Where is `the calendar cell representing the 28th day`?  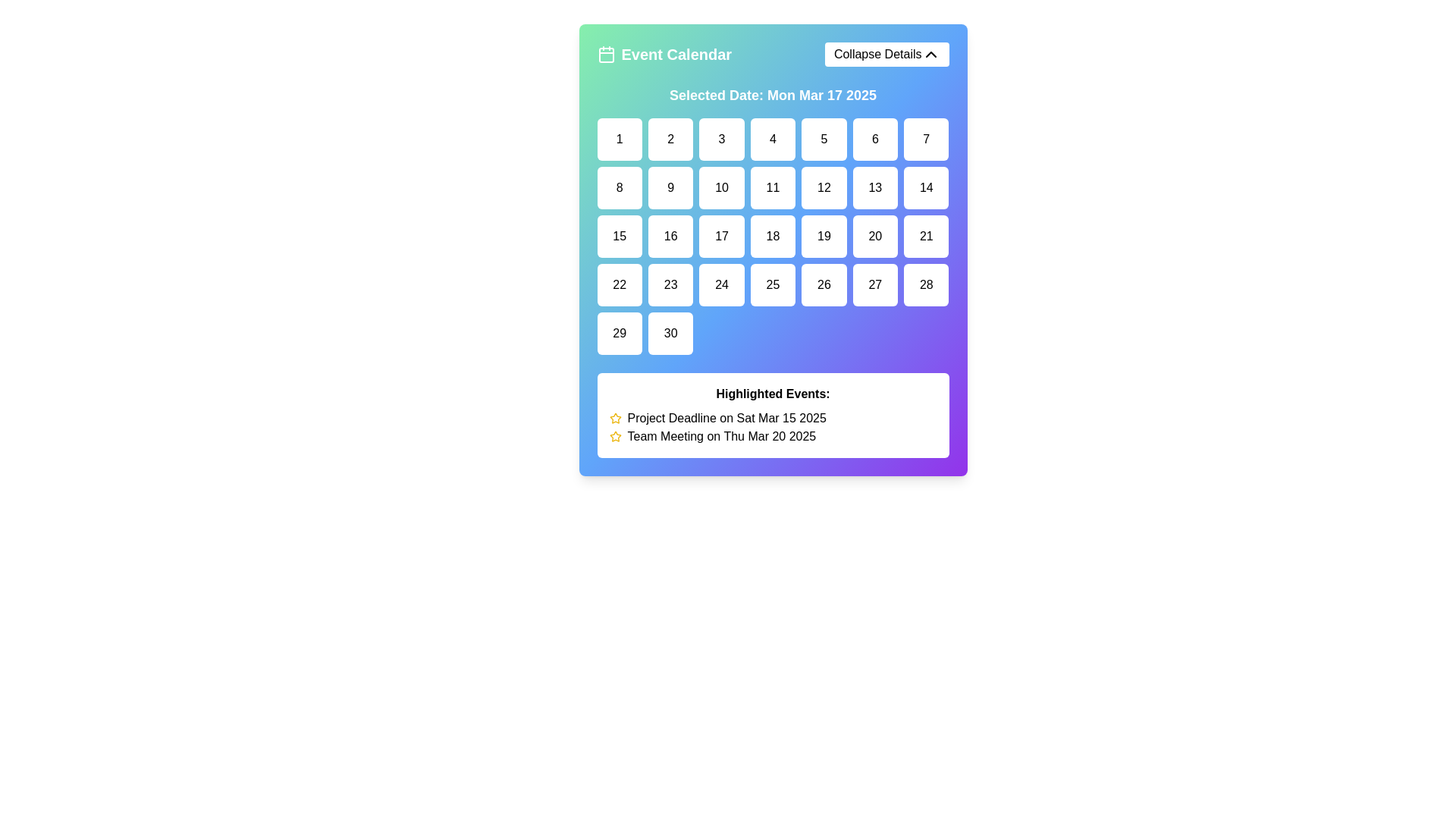 the calendar cell representing the 28th day is located at coordinates (925, 284).